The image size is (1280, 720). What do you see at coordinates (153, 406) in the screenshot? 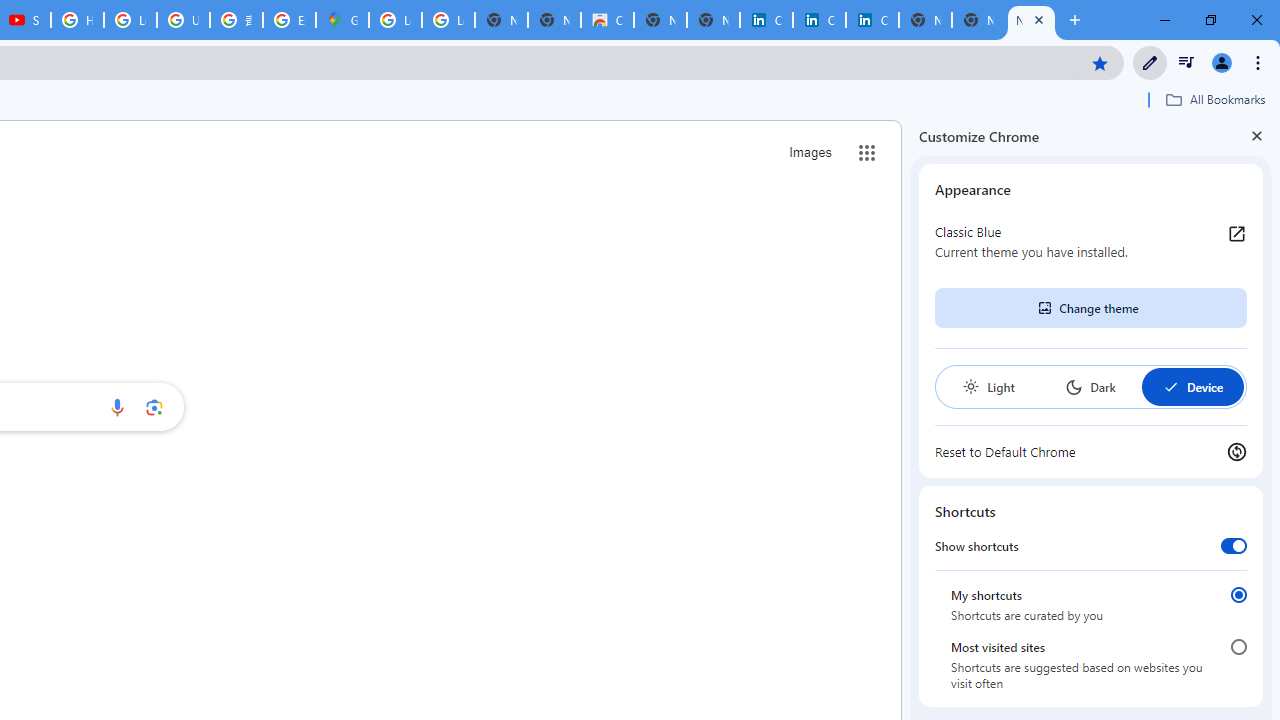
I see `'Search by image'` at bounding box center [153, 406].